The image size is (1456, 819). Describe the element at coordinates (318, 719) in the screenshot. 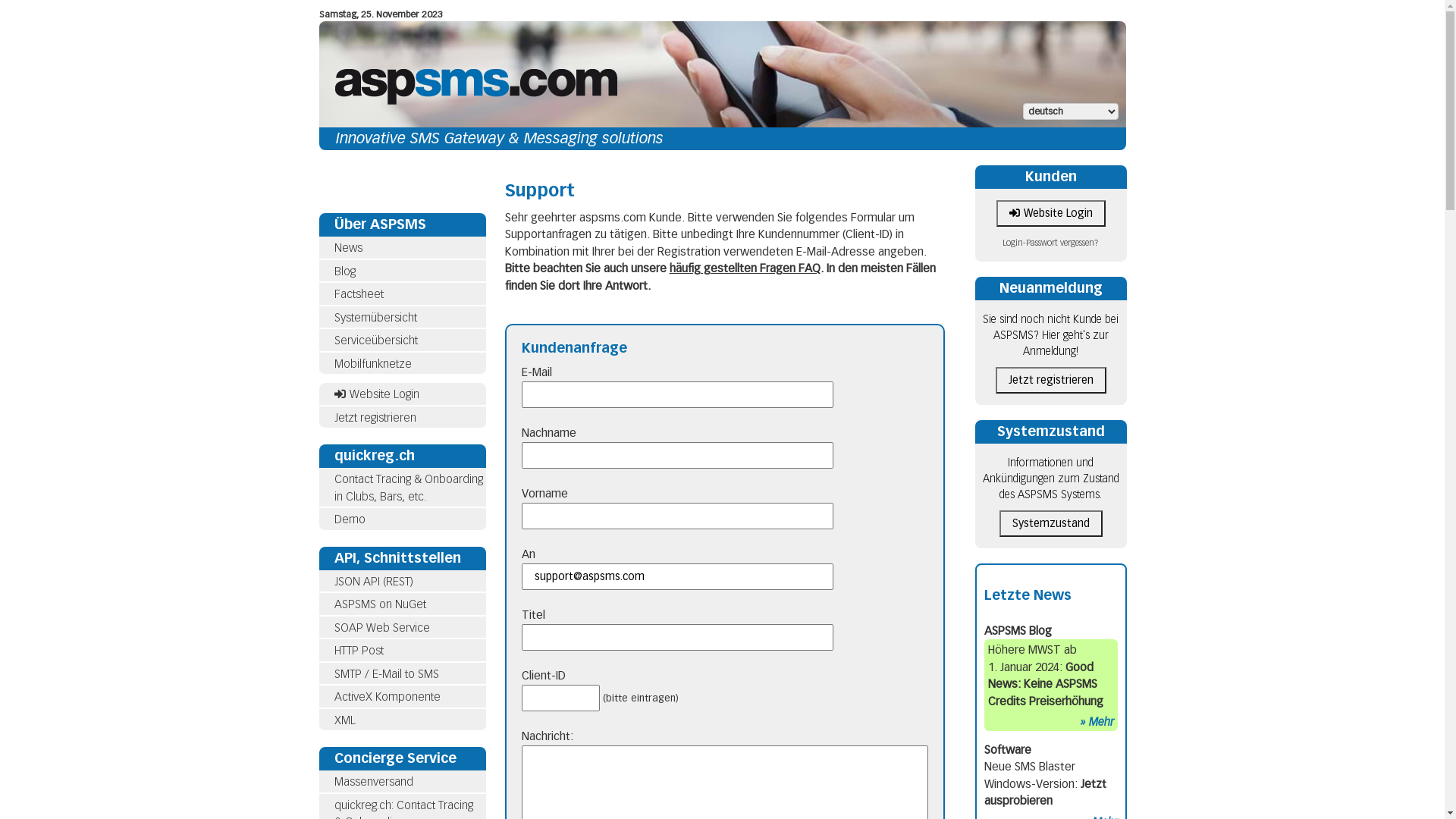

I see `'XML'` at that location.